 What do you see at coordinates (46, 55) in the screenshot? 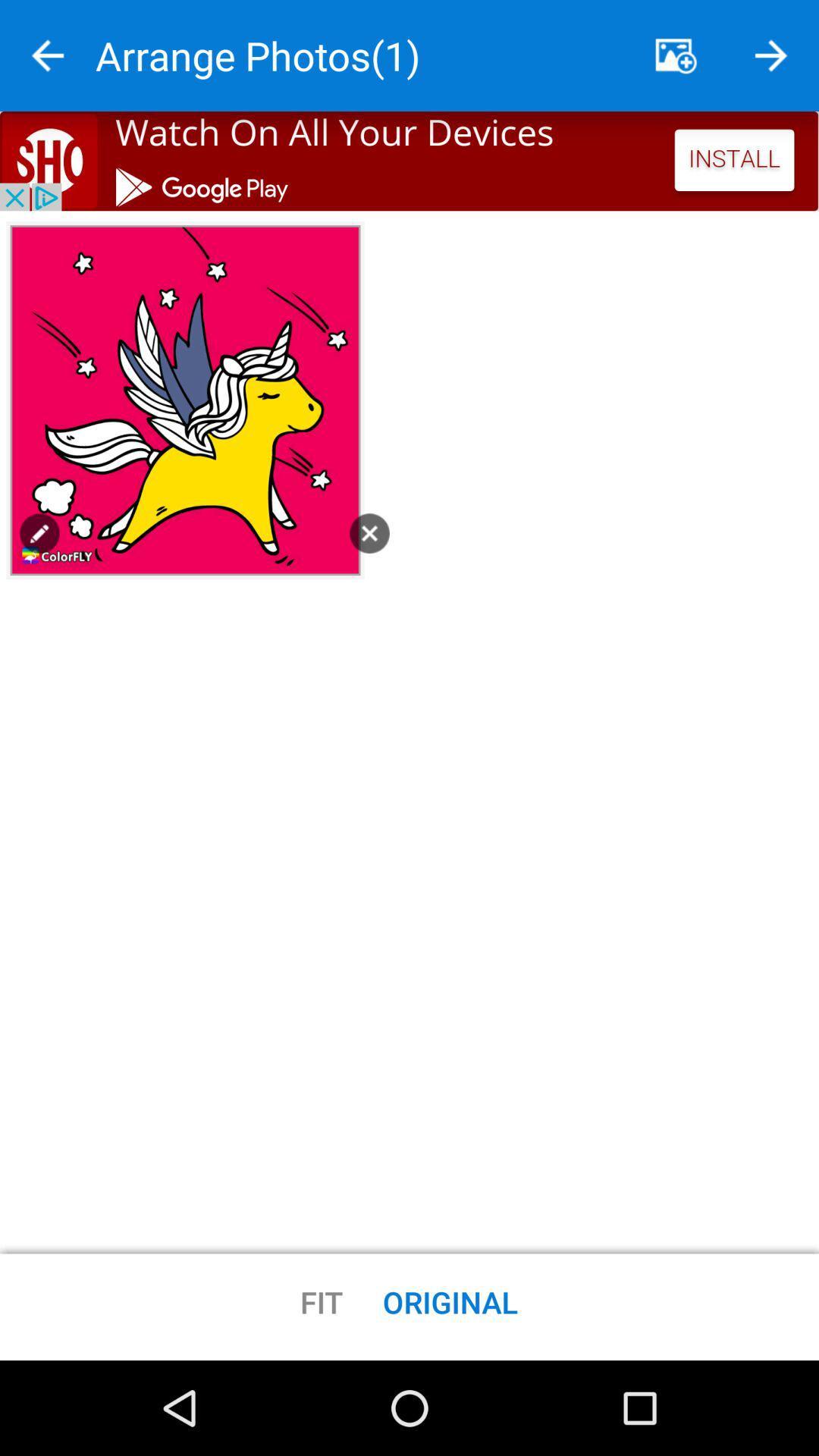
I see `rite` at bounding box center [46, 55].